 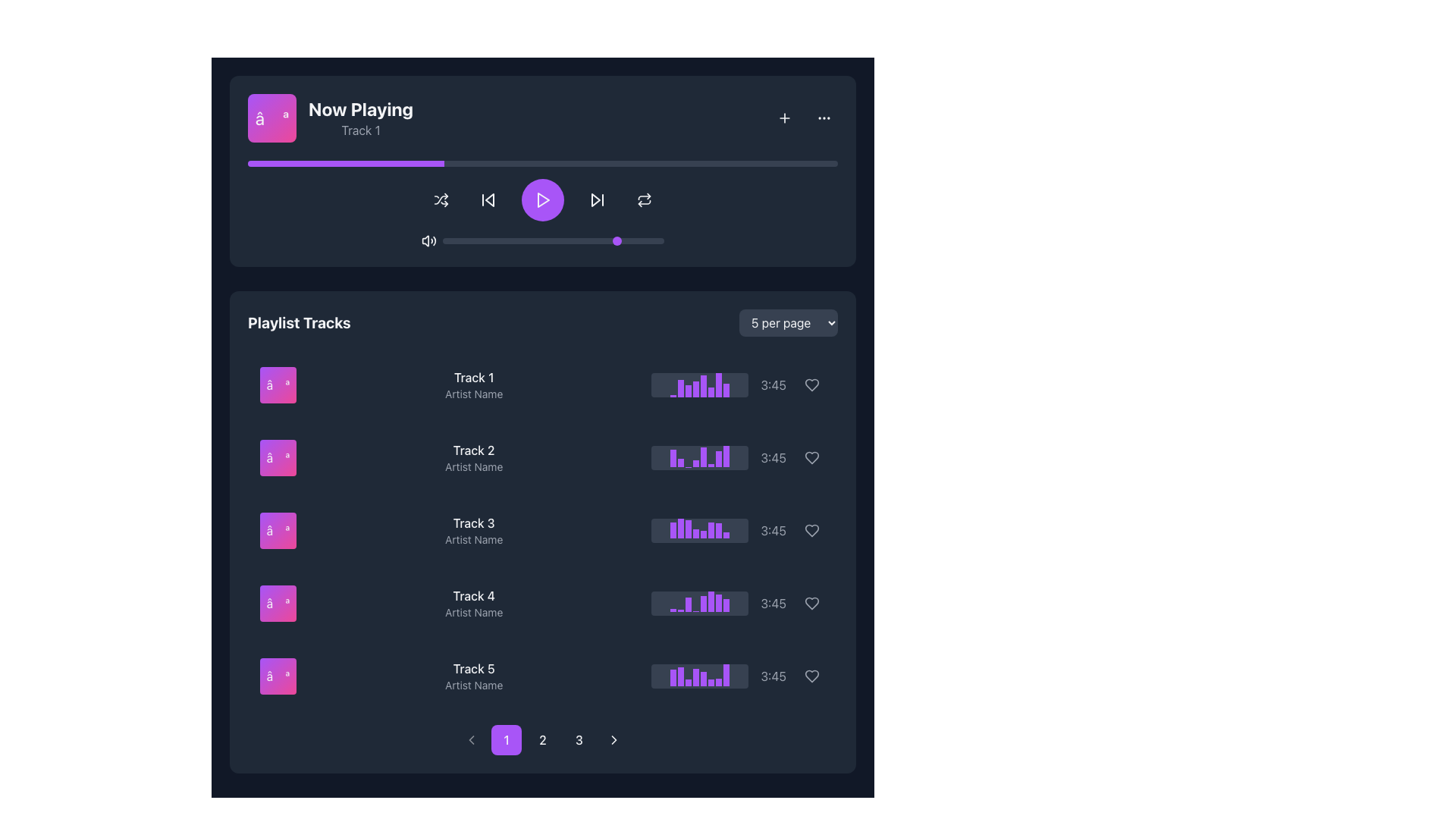 What do you see at coordinates (789, 322) in the screenshot?
I see `the dropdown menu labeled '5 per page' with a dark gray rounded background` at bounding box center [789, 322].